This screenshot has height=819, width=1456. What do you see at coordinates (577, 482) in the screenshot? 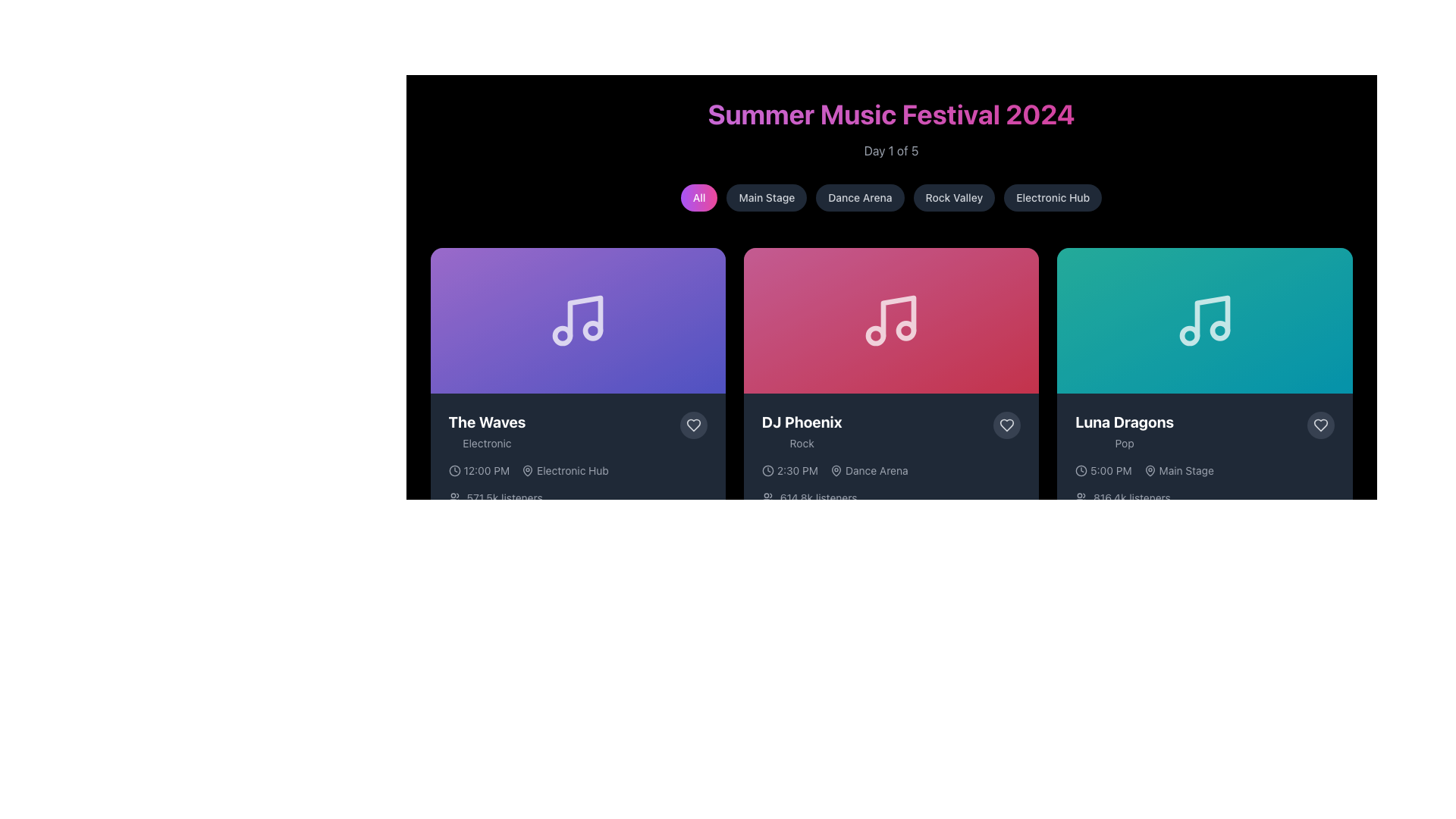
I see `the informational section that provides details about 'The Waves' music event, including time, genre, venue, and listener count` at bounding box center [577, 482].